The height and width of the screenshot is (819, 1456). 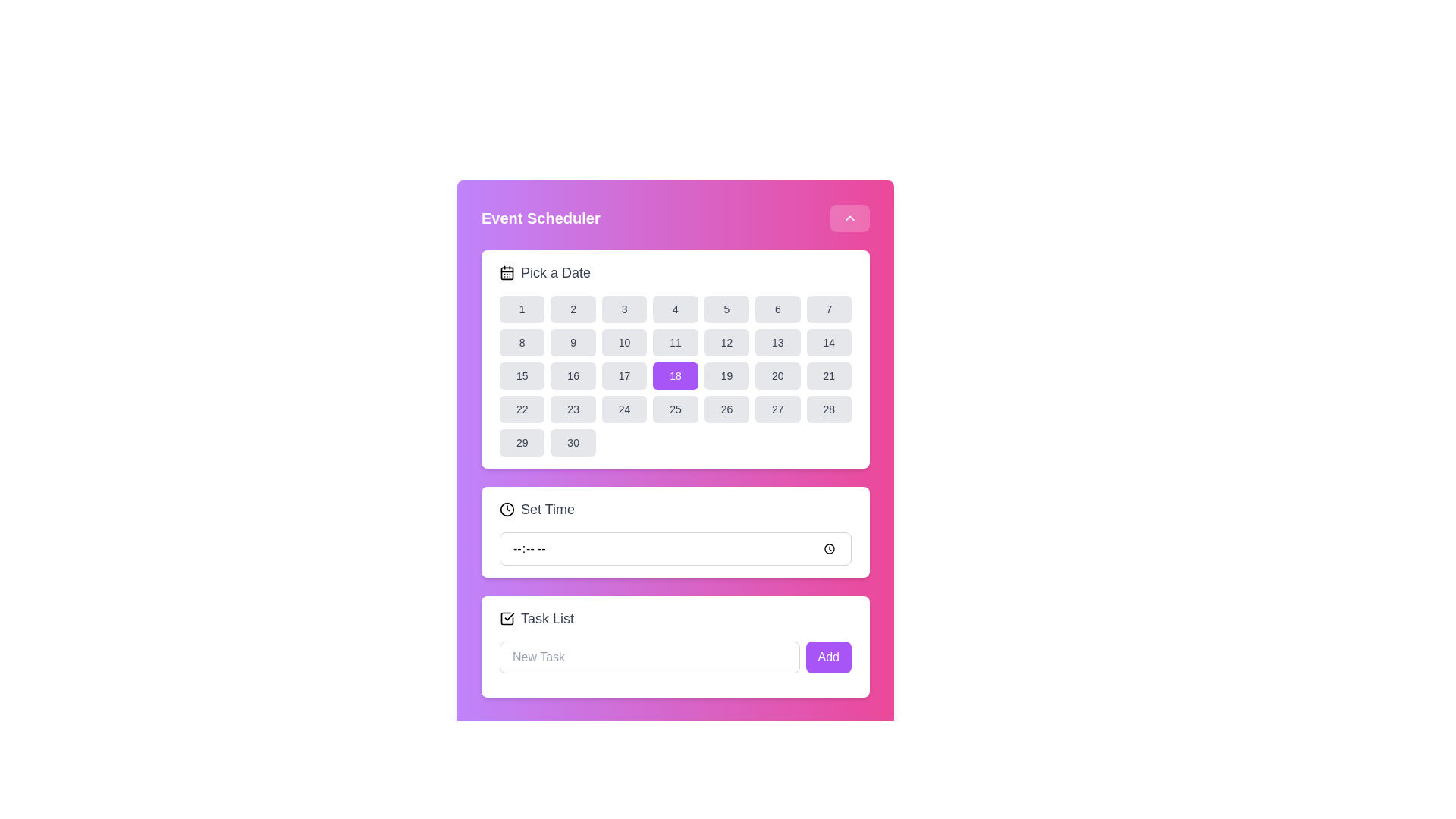 I want to click on the upward-pointing chevron icon with a white stroke on a pink background, located at the top-right corner above the calendar and to the right of the 'Event Scheduler' title, so click(x=850, y=218).